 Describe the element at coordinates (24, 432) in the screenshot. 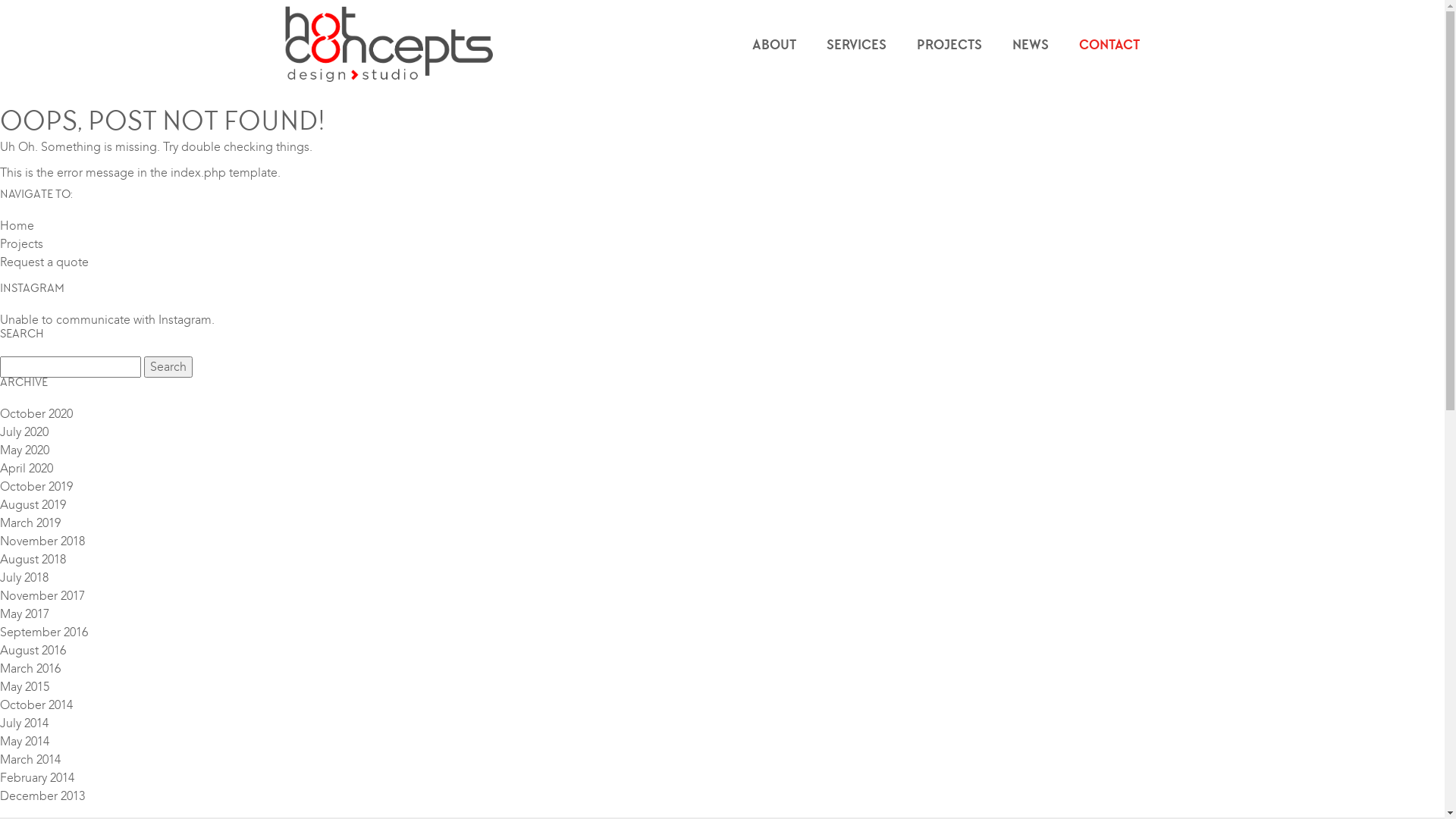

I see `'July 2020'` at that location.